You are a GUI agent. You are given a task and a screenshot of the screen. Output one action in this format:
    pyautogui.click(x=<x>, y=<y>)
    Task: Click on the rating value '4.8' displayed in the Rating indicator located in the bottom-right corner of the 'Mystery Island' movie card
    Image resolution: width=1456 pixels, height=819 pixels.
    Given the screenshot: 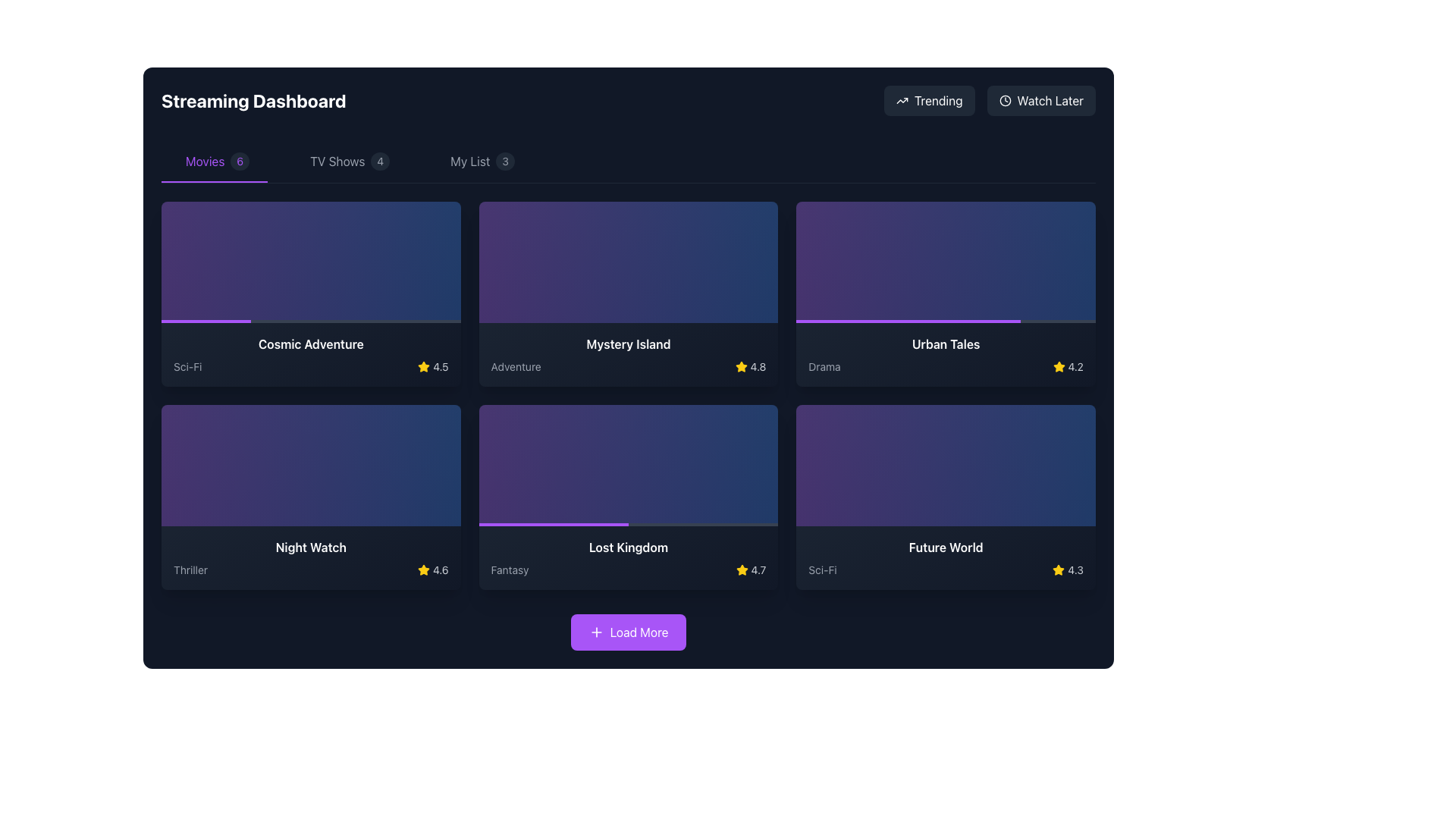 What is the action you would take?
    pyautogui.click(x=750, y=366)
    